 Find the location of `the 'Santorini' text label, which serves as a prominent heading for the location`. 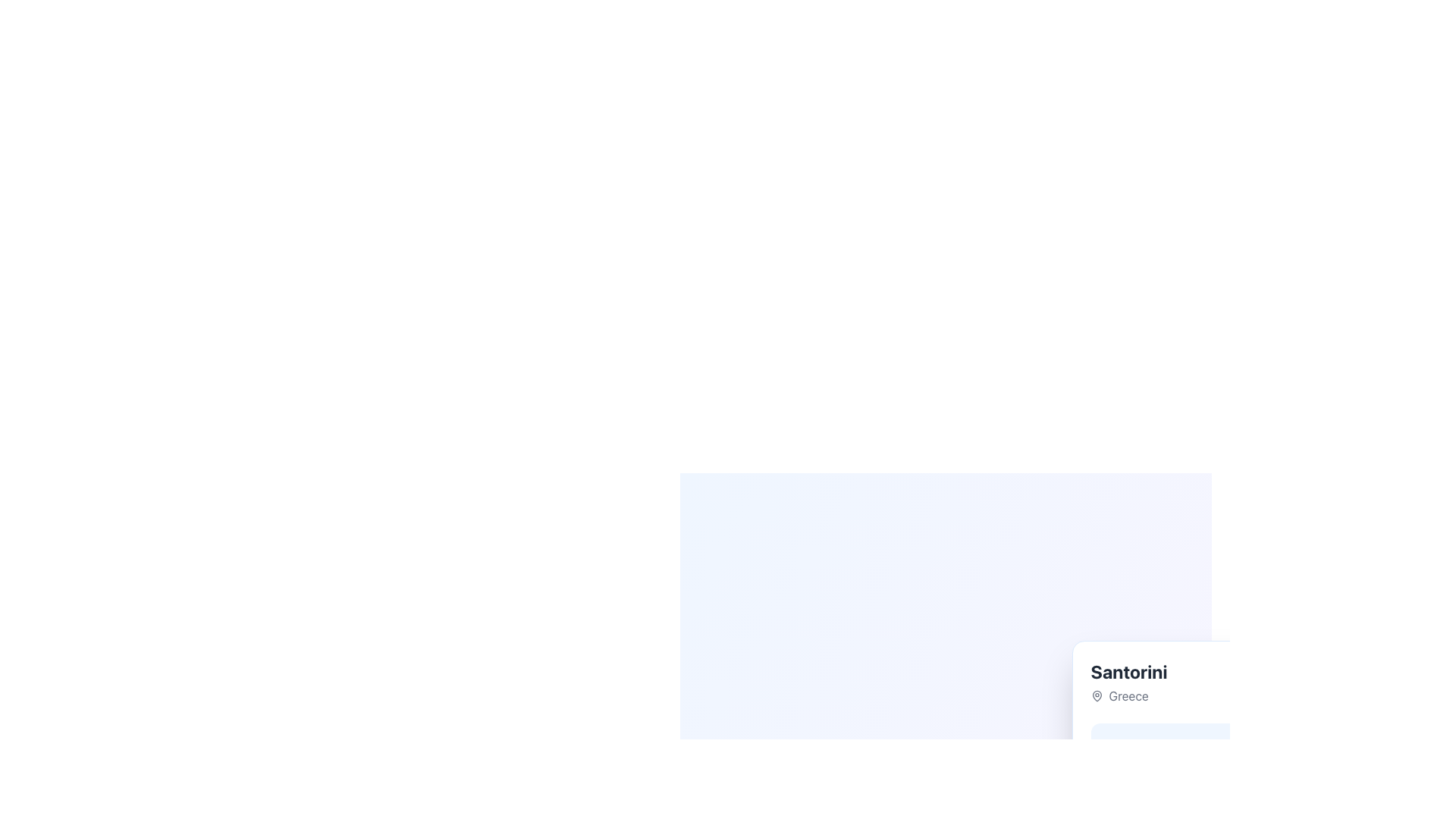

the 'Santorini' text label, which serves as a prominent heading for the location is located at coordinates (1128, 671).